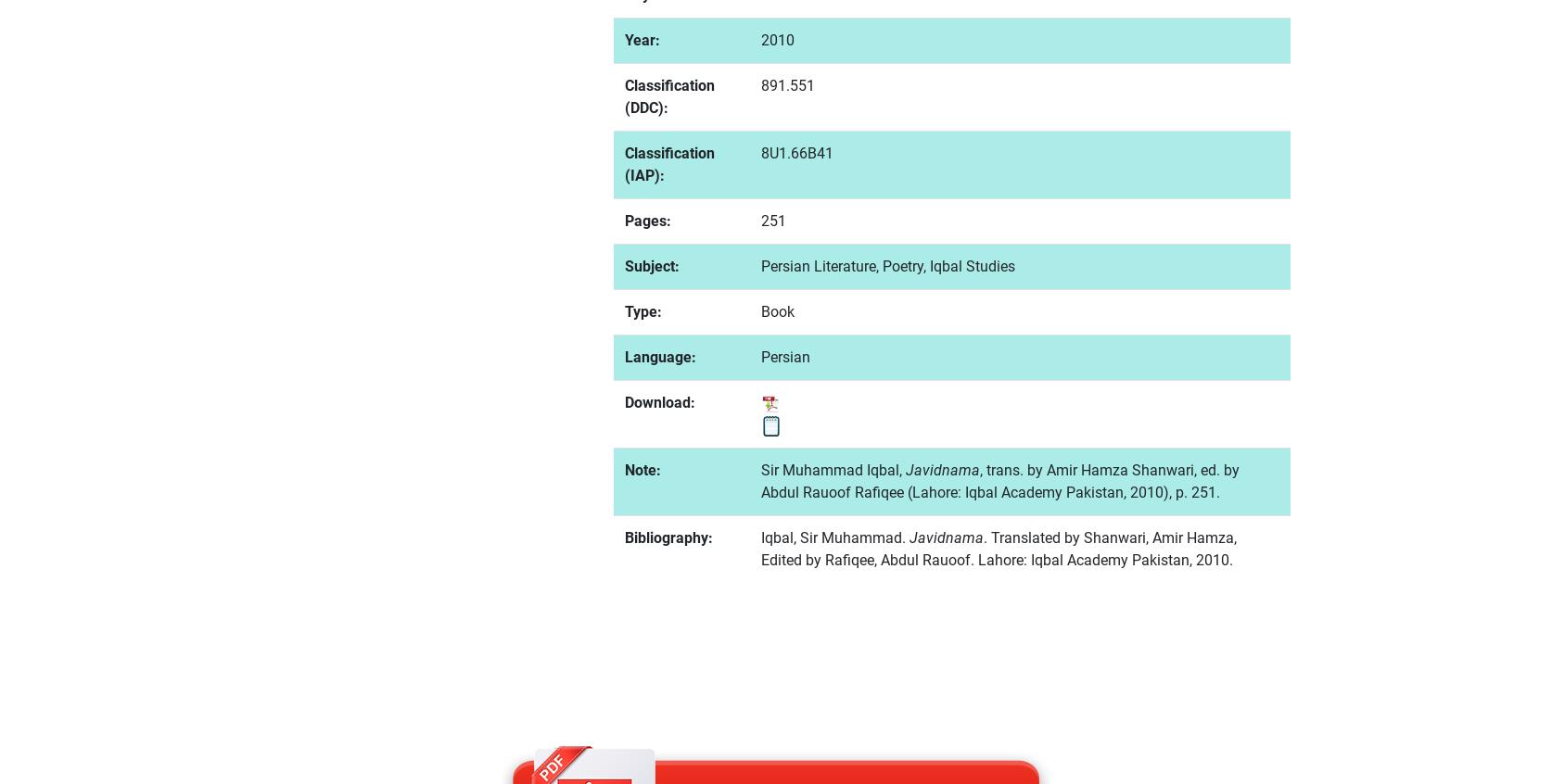 This screenshot has width=1552, height=784. Describe the element at coordinates (832, 469) in the screenshot. I see `'Sir Muhammad Iqbal,'` at that location.